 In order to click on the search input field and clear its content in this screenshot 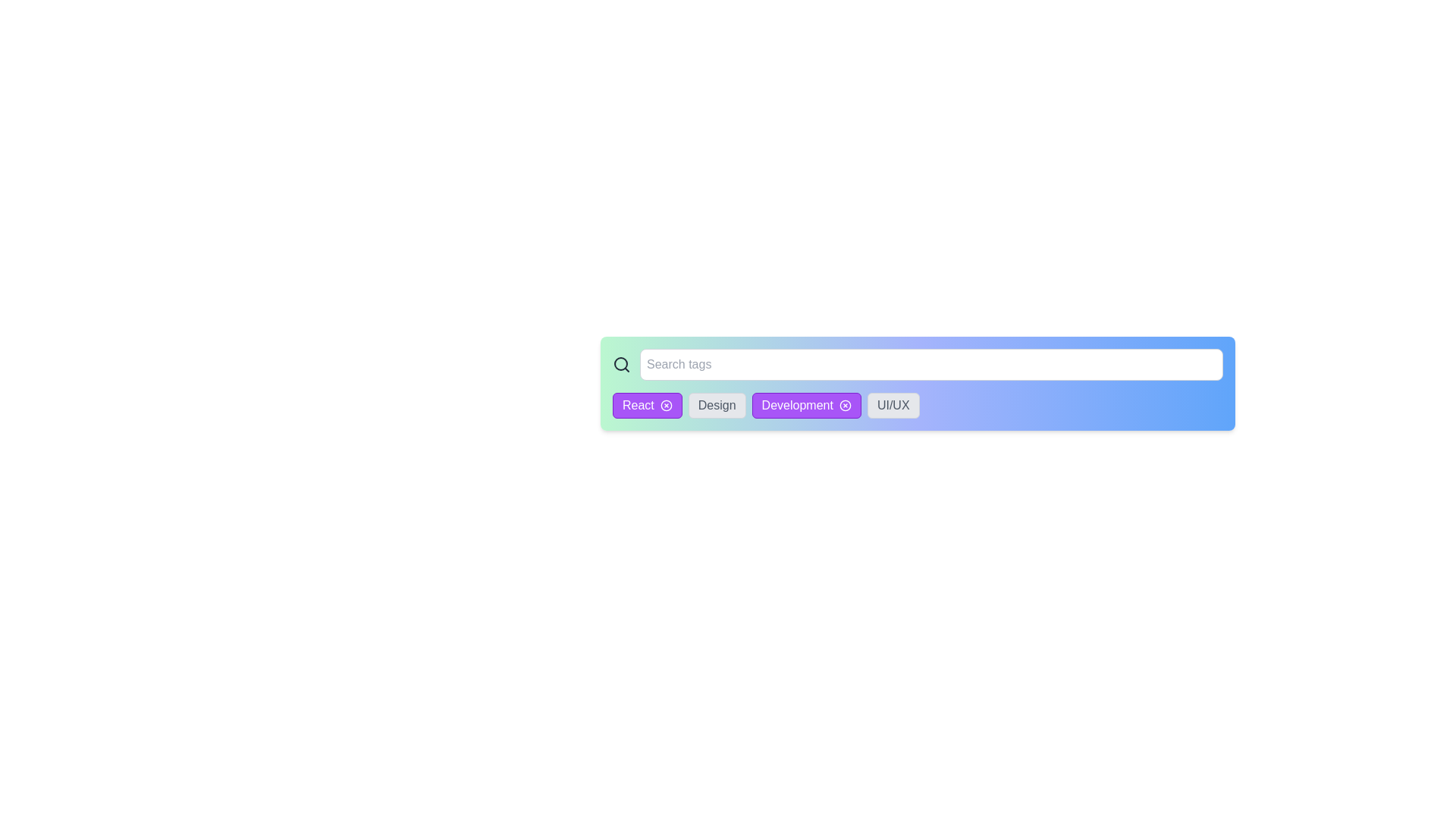, I will do `click(930, 365)`.